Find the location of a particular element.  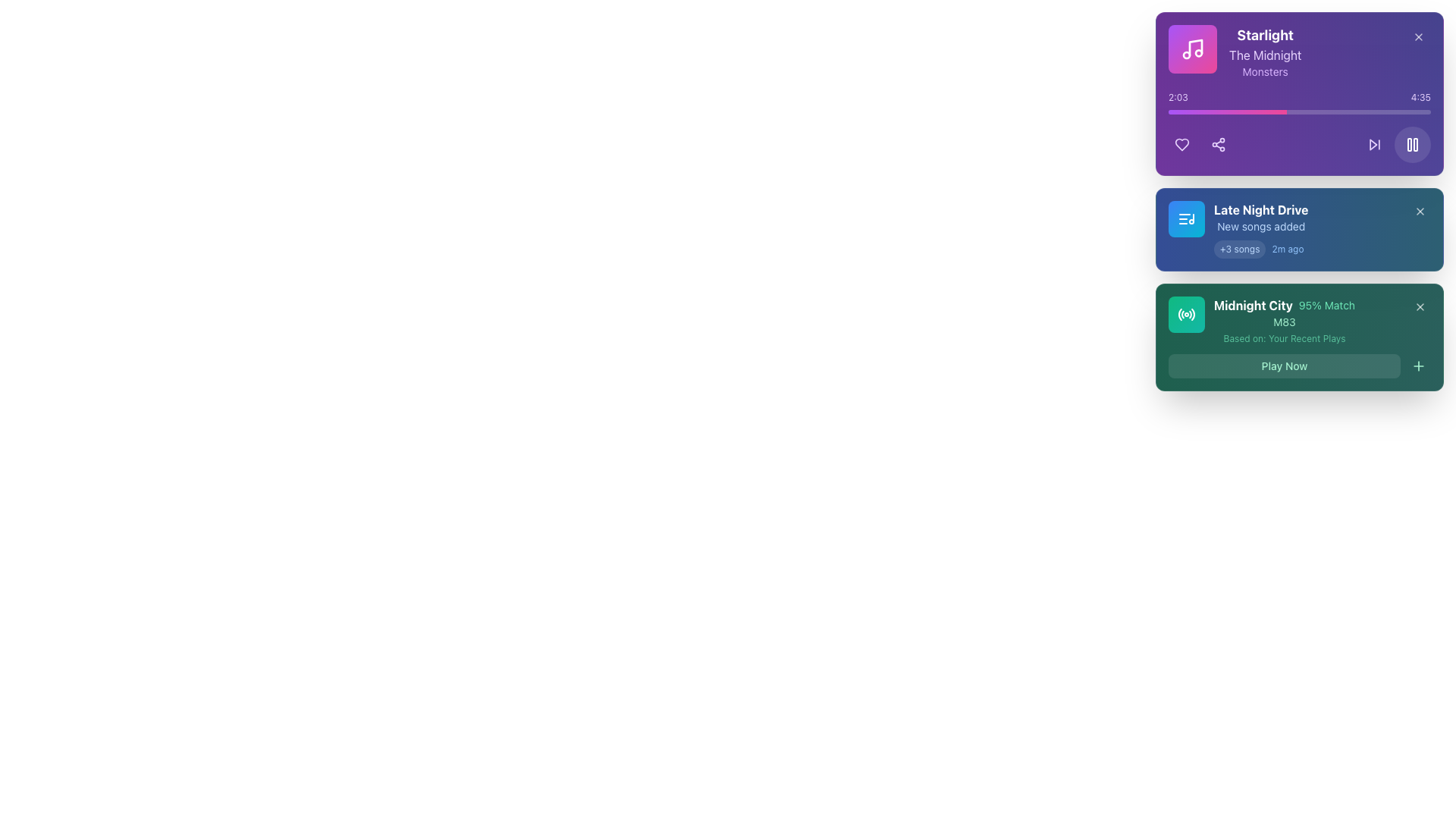

the content of the text label with title 'Midnight City' and additional information '95% Match' located in the top section of the third card is located at coordinates (1284, 305).